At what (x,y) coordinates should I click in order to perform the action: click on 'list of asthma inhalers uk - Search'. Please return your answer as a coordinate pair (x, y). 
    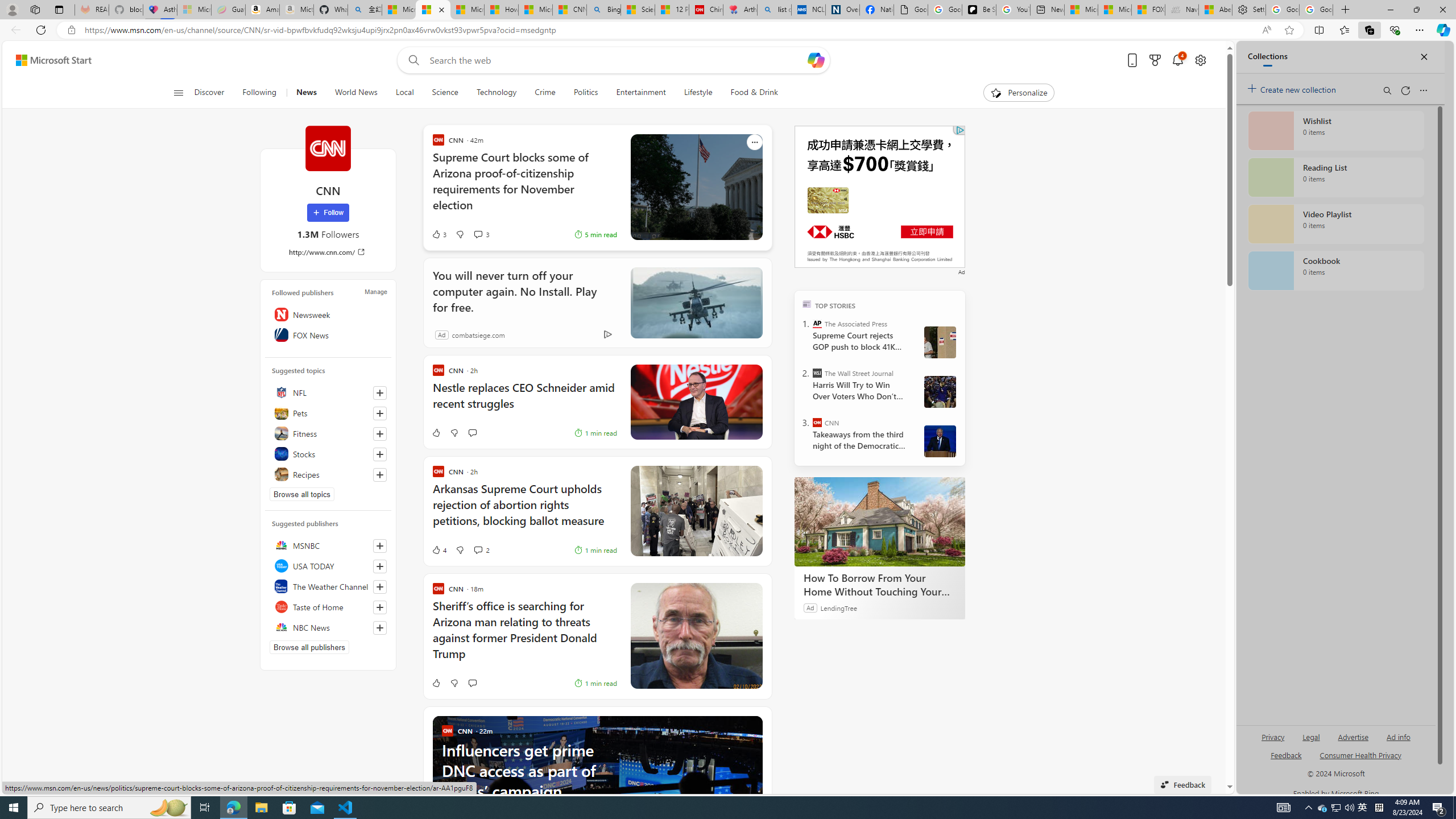
    Looking at the image, I should click on (774, 9).